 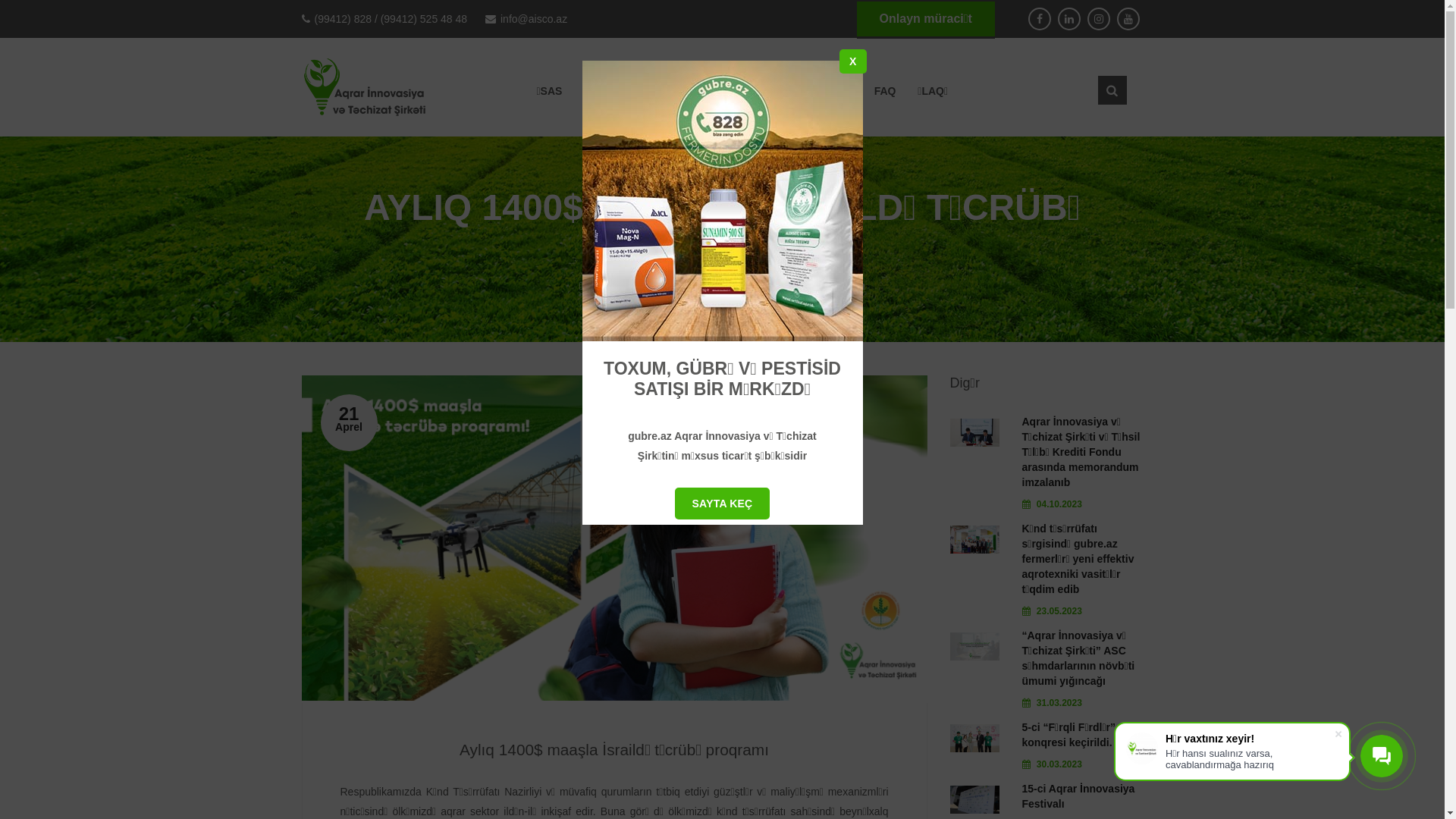 I want to click on 'FAQ', so click(x=885, y=90).